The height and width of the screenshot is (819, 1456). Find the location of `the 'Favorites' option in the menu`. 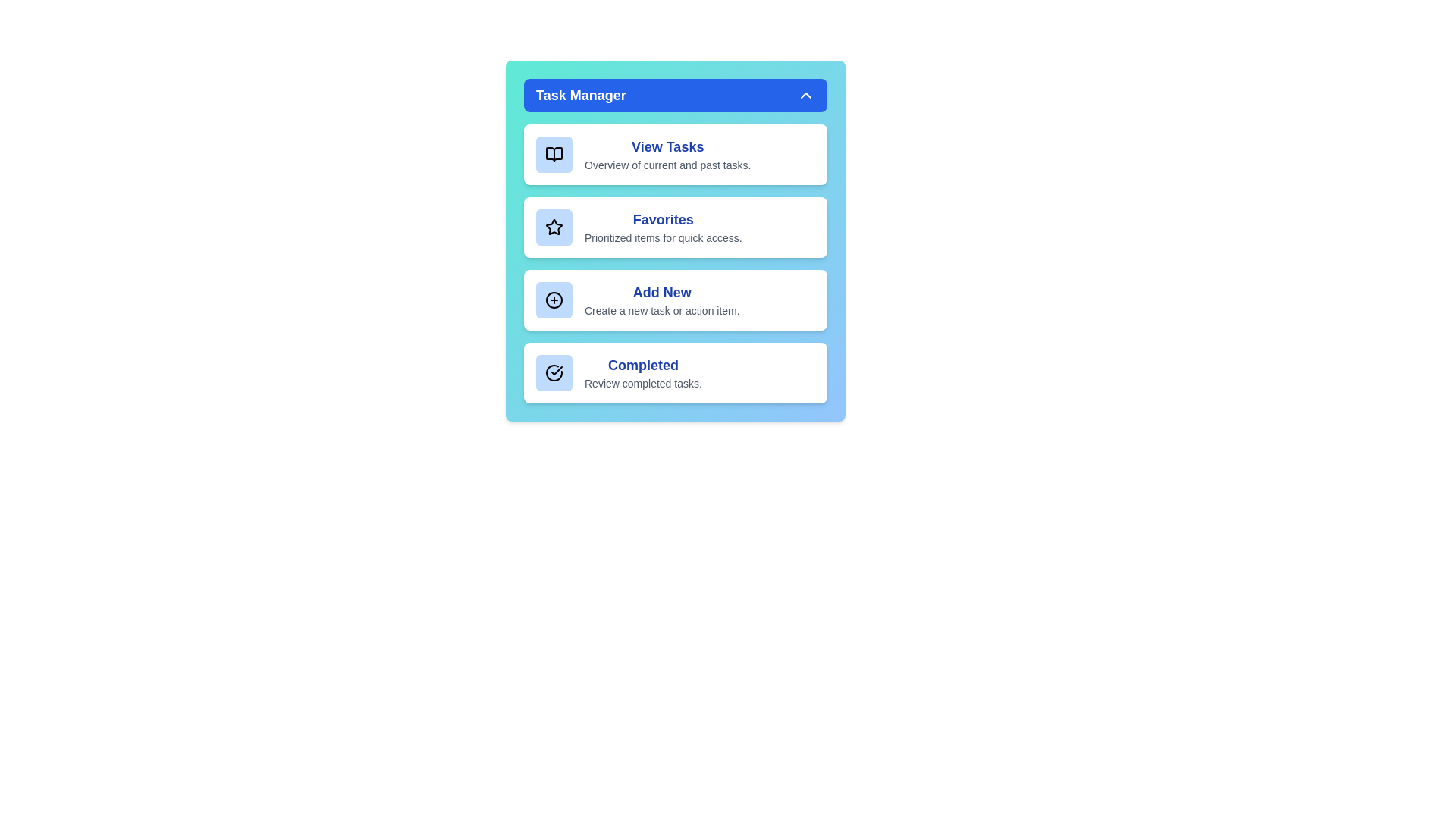

the 'Favorites' option in the menu is located at coordinates (675, 227).